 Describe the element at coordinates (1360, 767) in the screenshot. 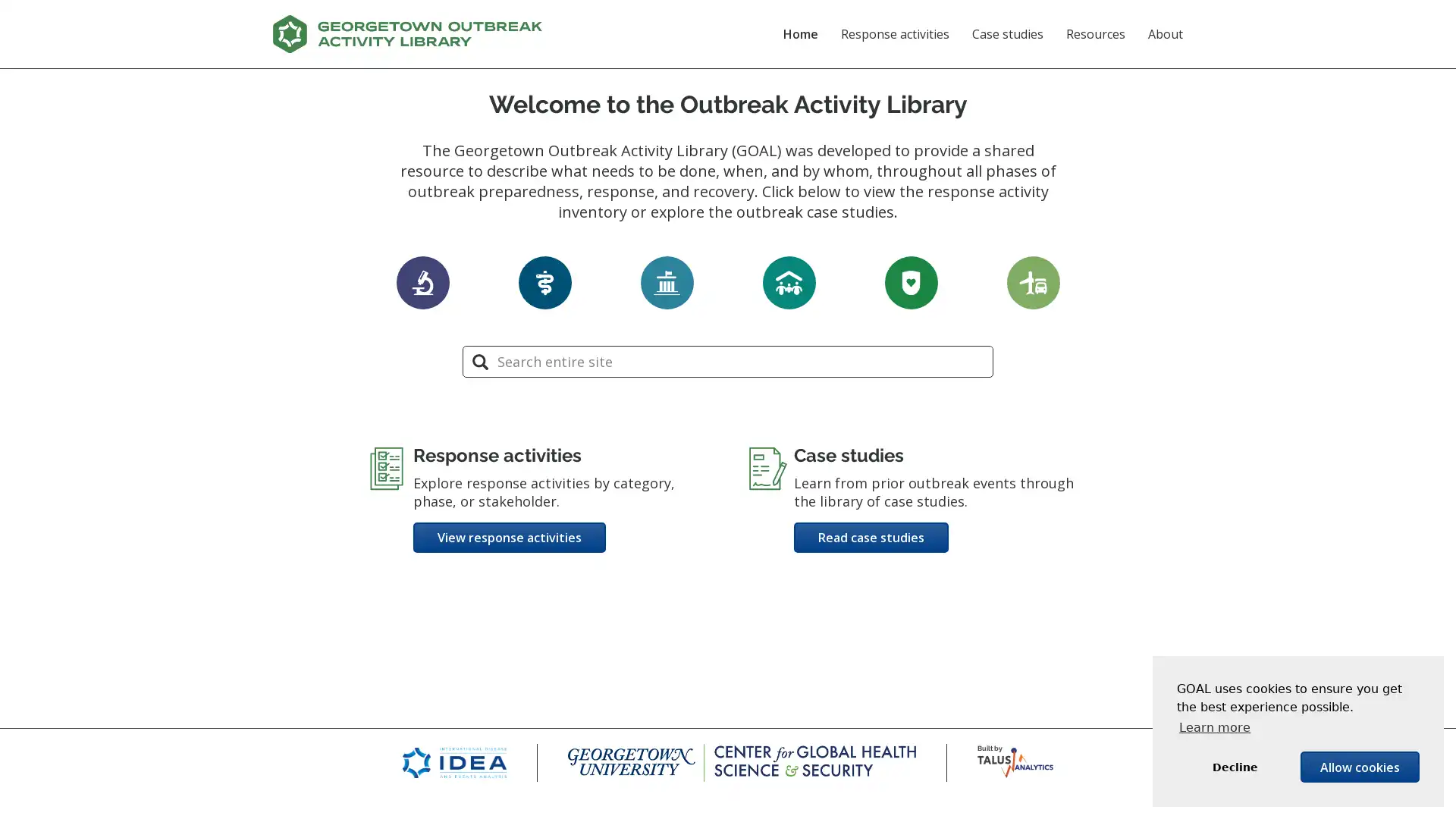

I see `allow cookies` at that location.